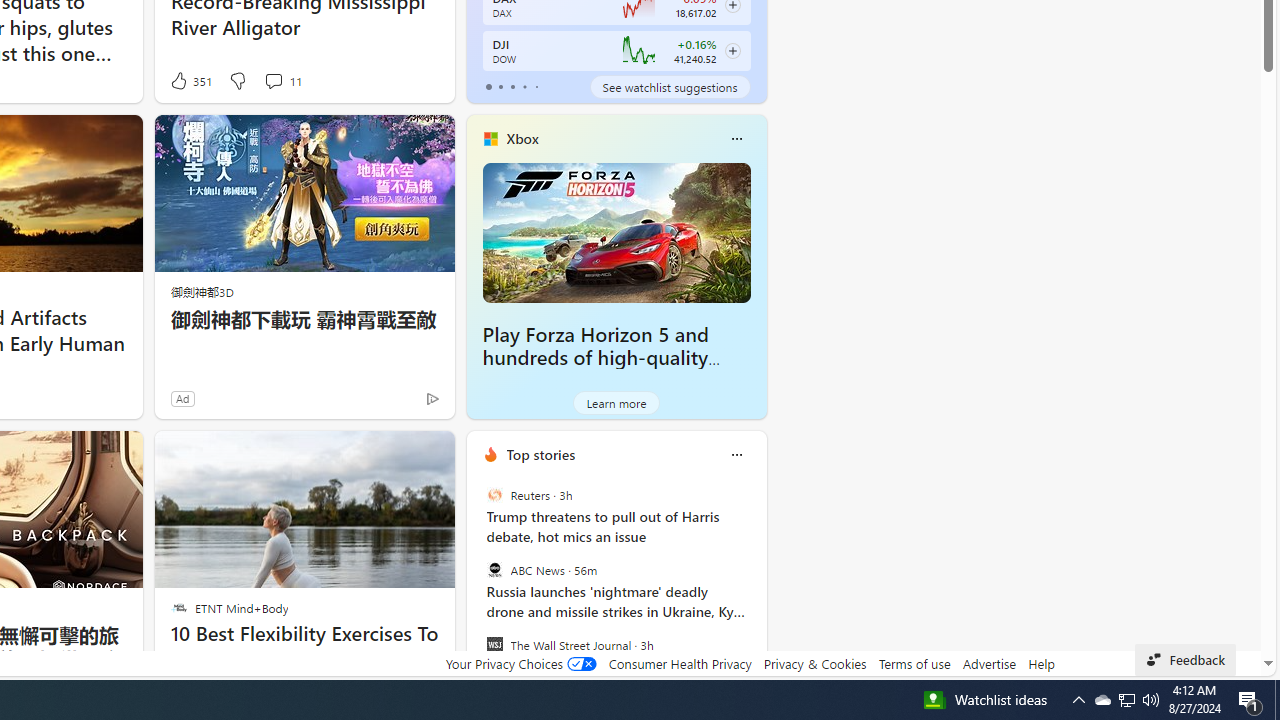  I want to click on 'See watchlist suggestions', so click(670, 86).